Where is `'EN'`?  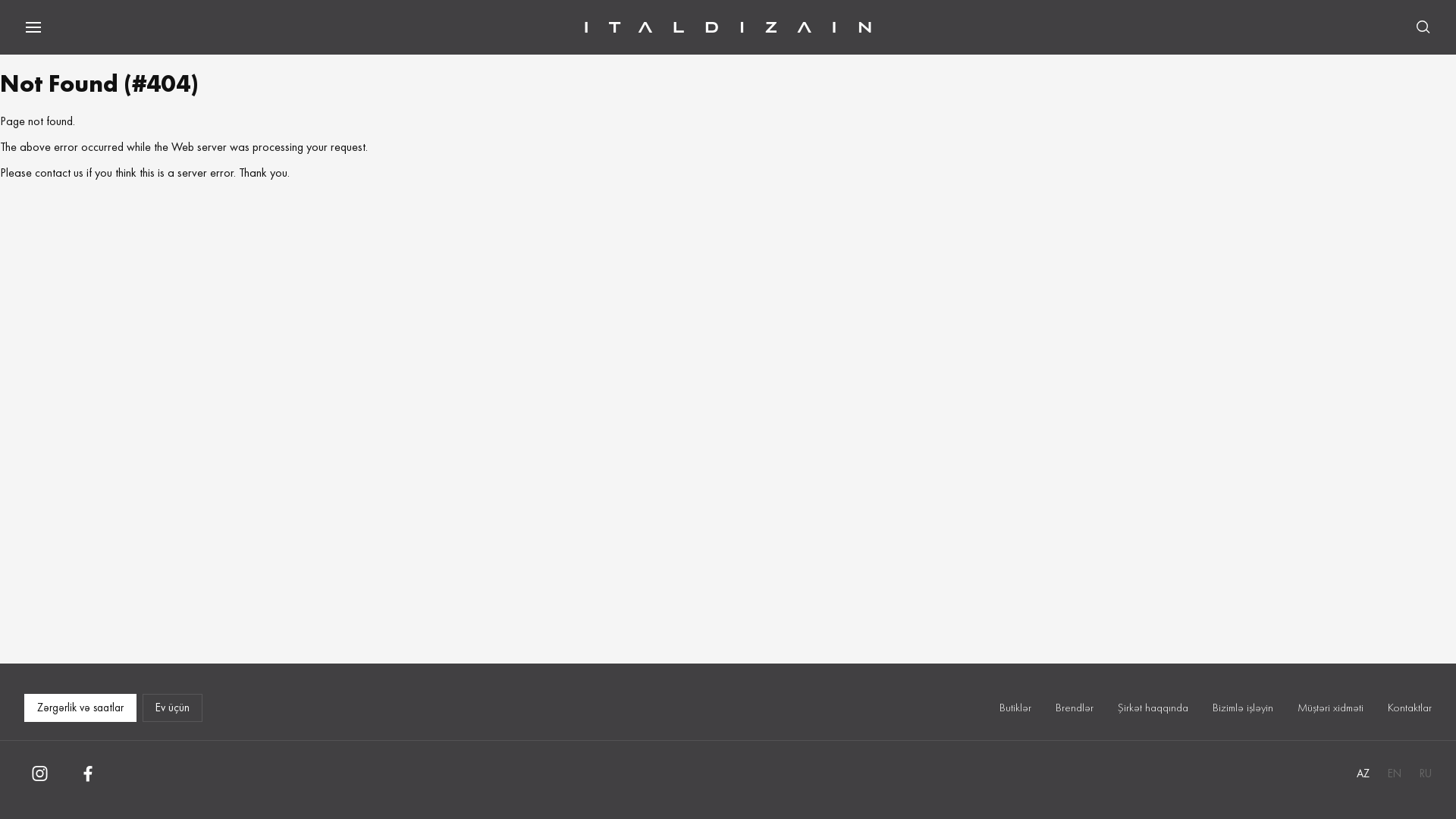
'EN' is located at coordinates (1387, 773).